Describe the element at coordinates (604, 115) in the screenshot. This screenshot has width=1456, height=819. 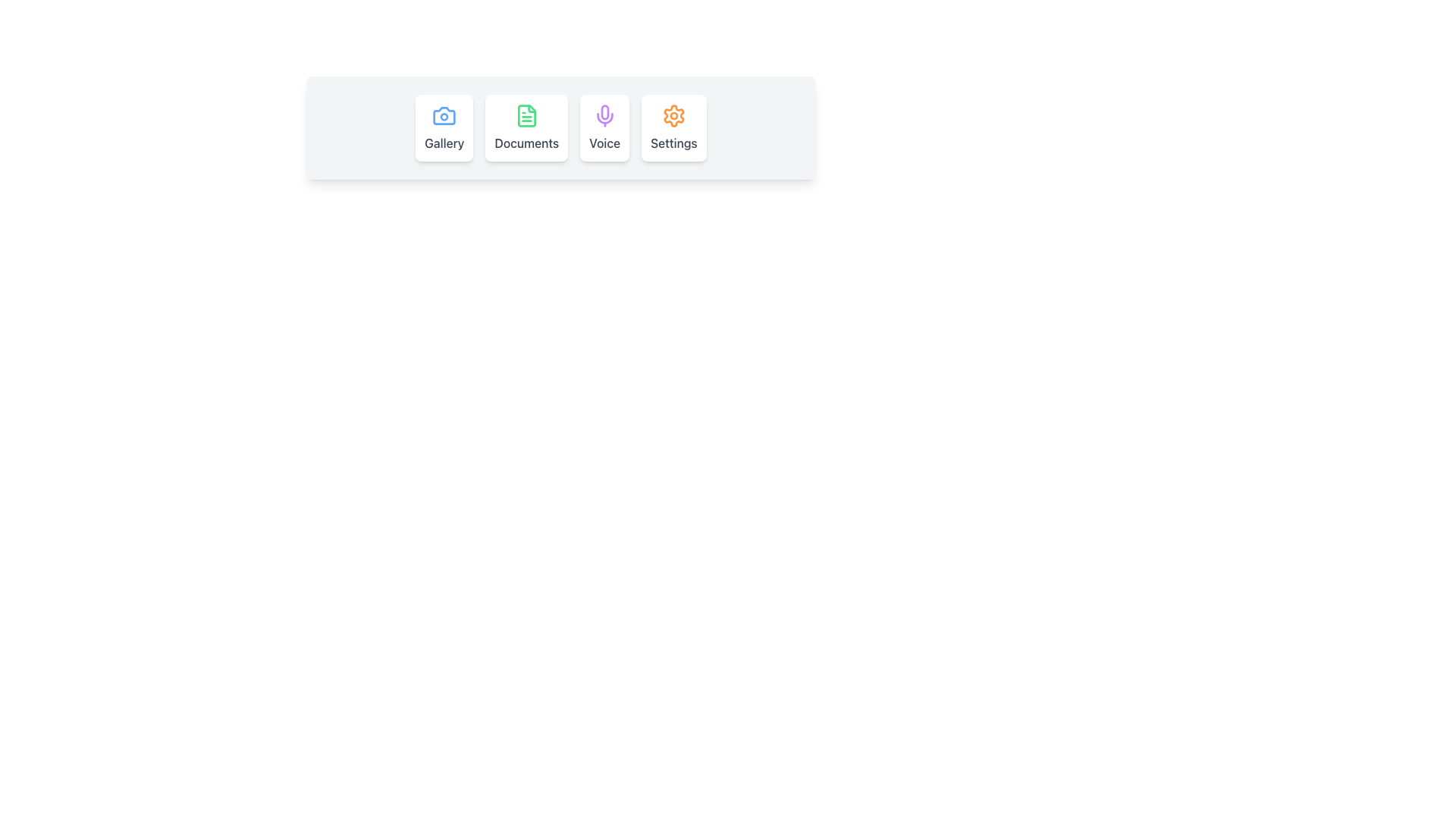
I see `the purple microphone icon located in the 'Voice' card, which is the third card in a set of four options` at that location.